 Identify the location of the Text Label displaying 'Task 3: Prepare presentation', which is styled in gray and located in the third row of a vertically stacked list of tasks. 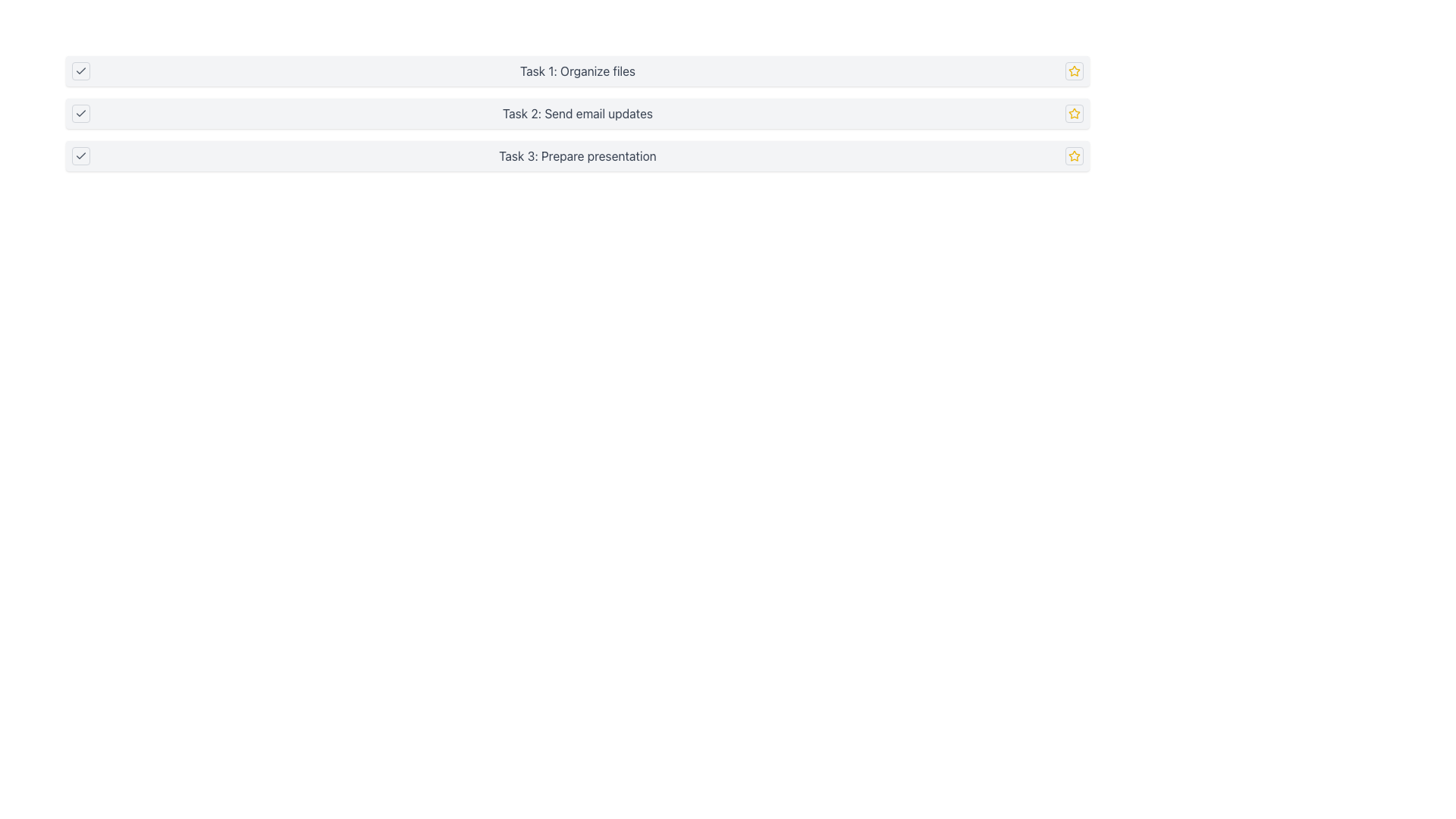
(577, 155).